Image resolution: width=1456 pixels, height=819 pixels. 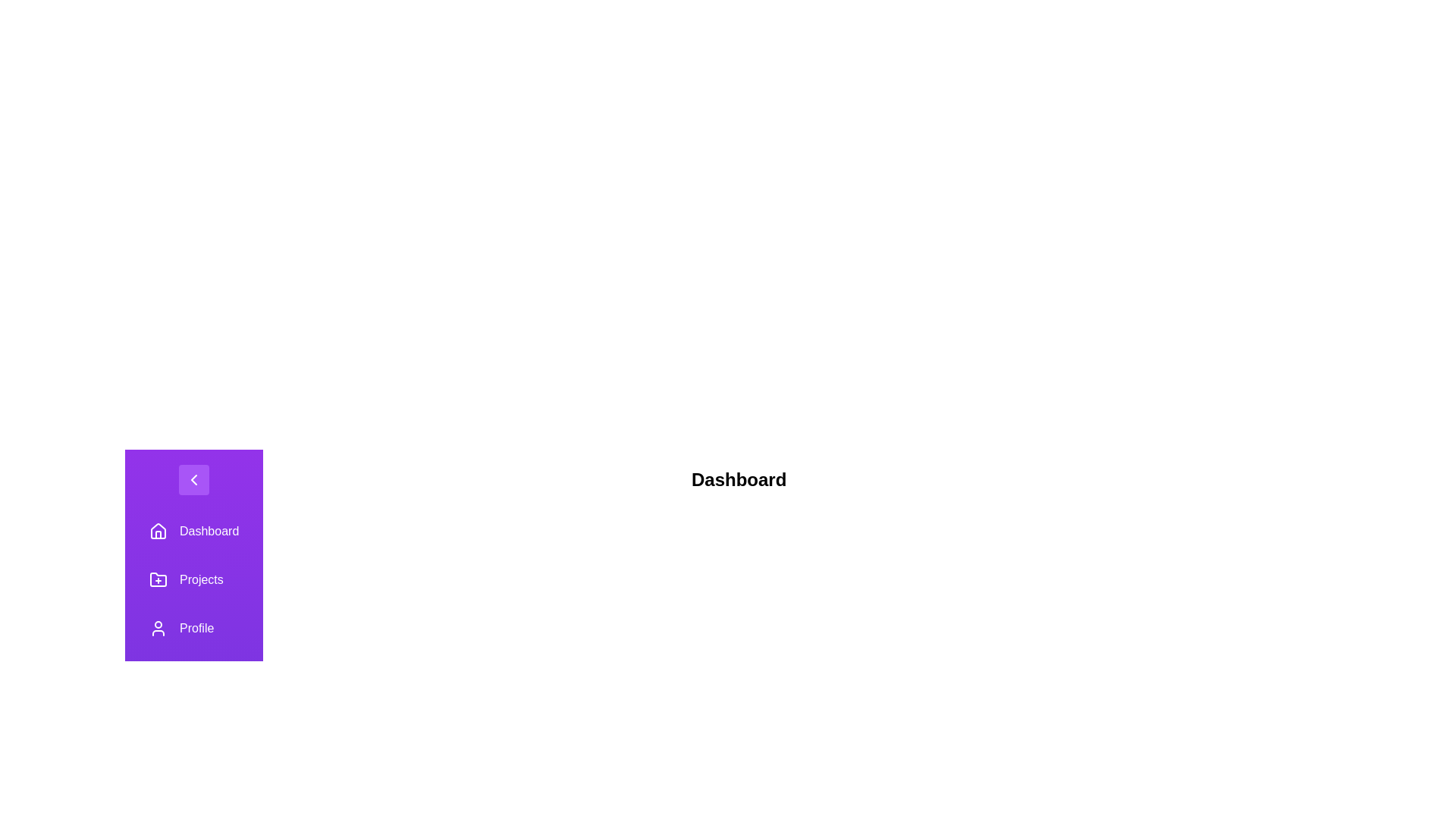 I want to click on the icon representing the 'Projects' action in the sidebar menu, so click(x=158, y=579).